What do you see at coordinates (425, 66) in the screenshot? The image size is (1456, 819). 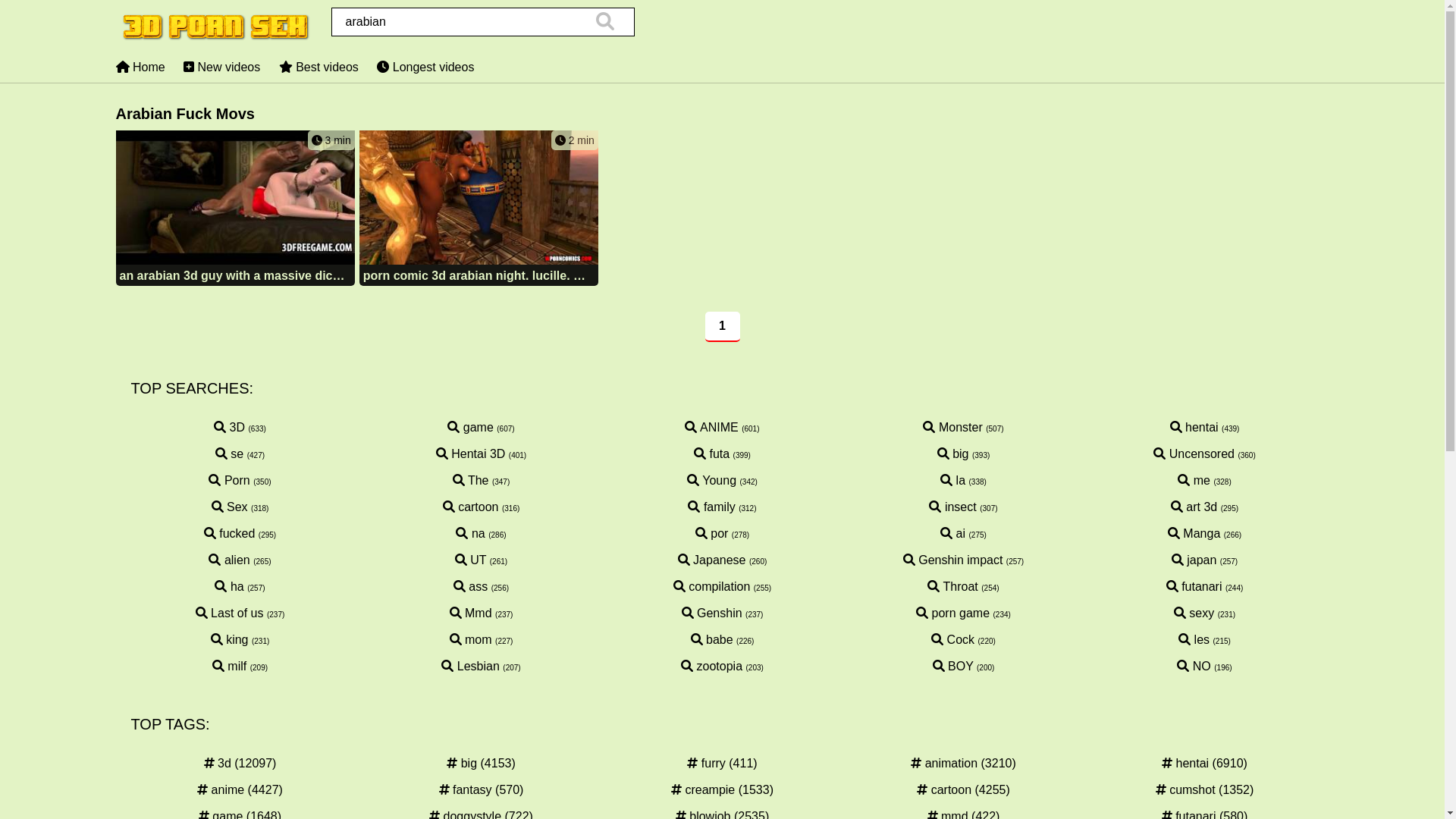 I see `'Longest videos'` at bounding box center [425, 66].